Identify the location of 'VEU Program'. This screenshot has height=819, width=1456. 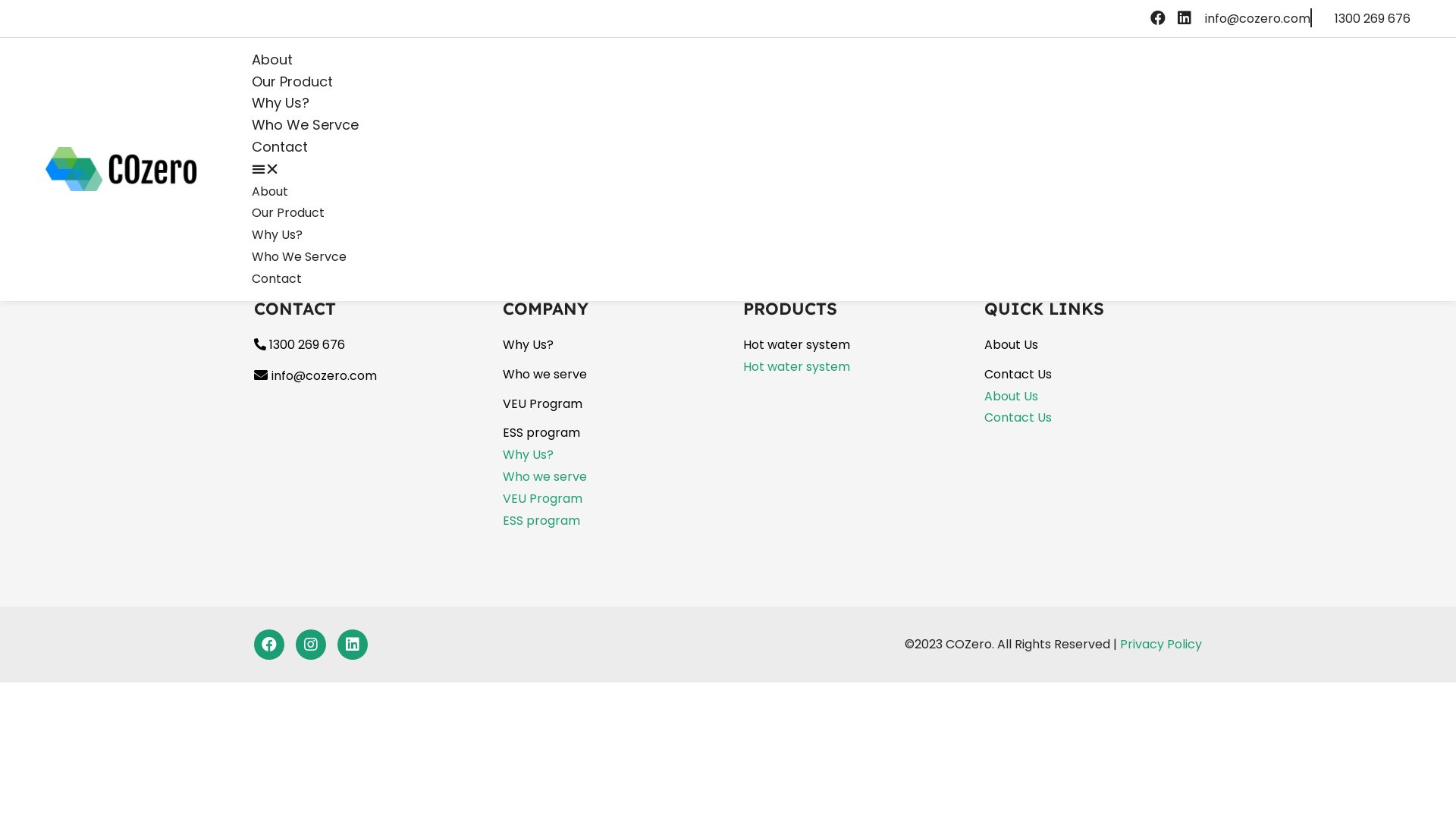
(541, 403).